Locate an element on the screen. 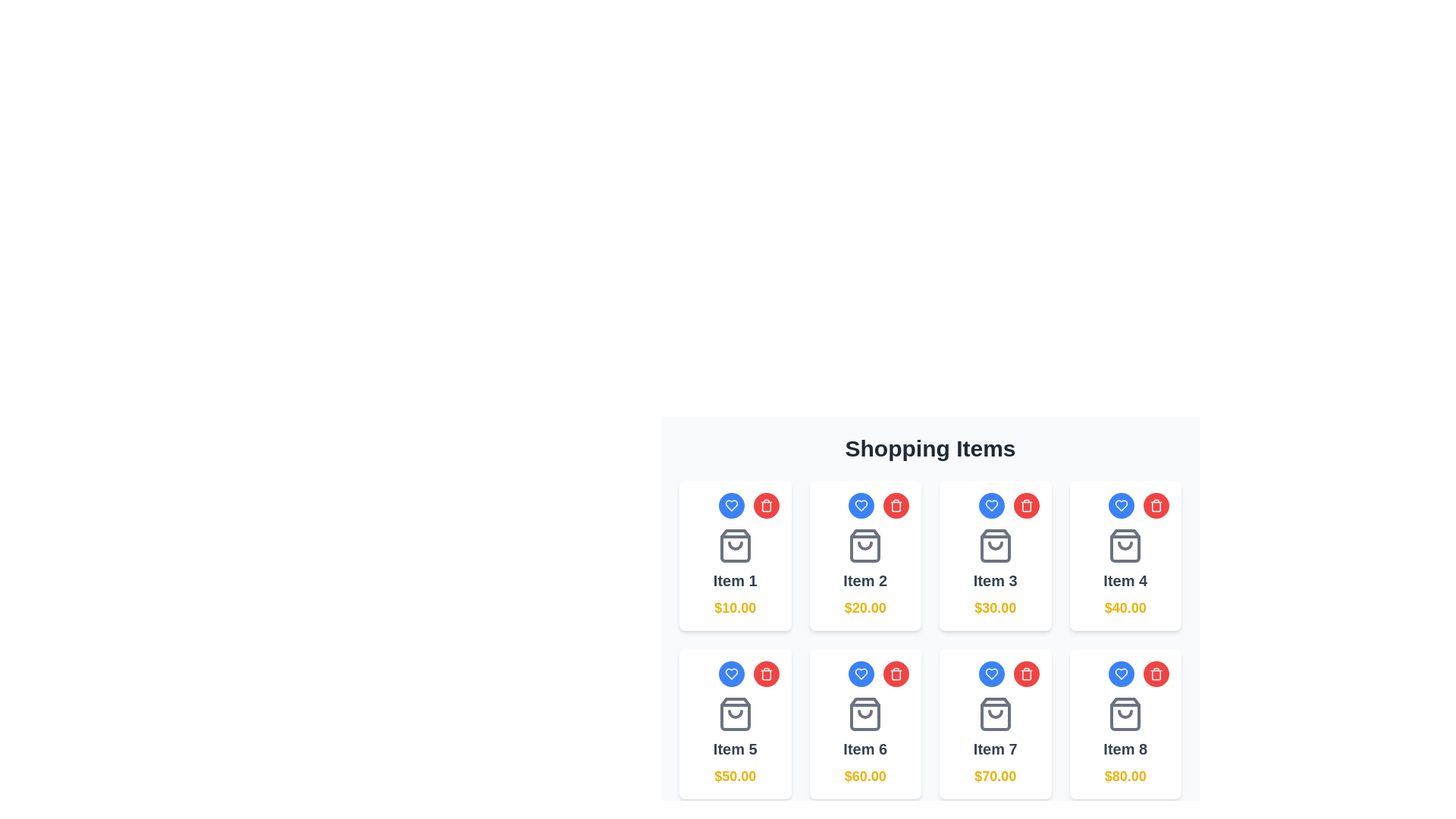 Image resolution: width=1456 pixels, height=819 pixels. displayed price from the bold, yellow-colored text label showing '$20.00' located within the 'Item 2' card is located at coordinates (865, 607).